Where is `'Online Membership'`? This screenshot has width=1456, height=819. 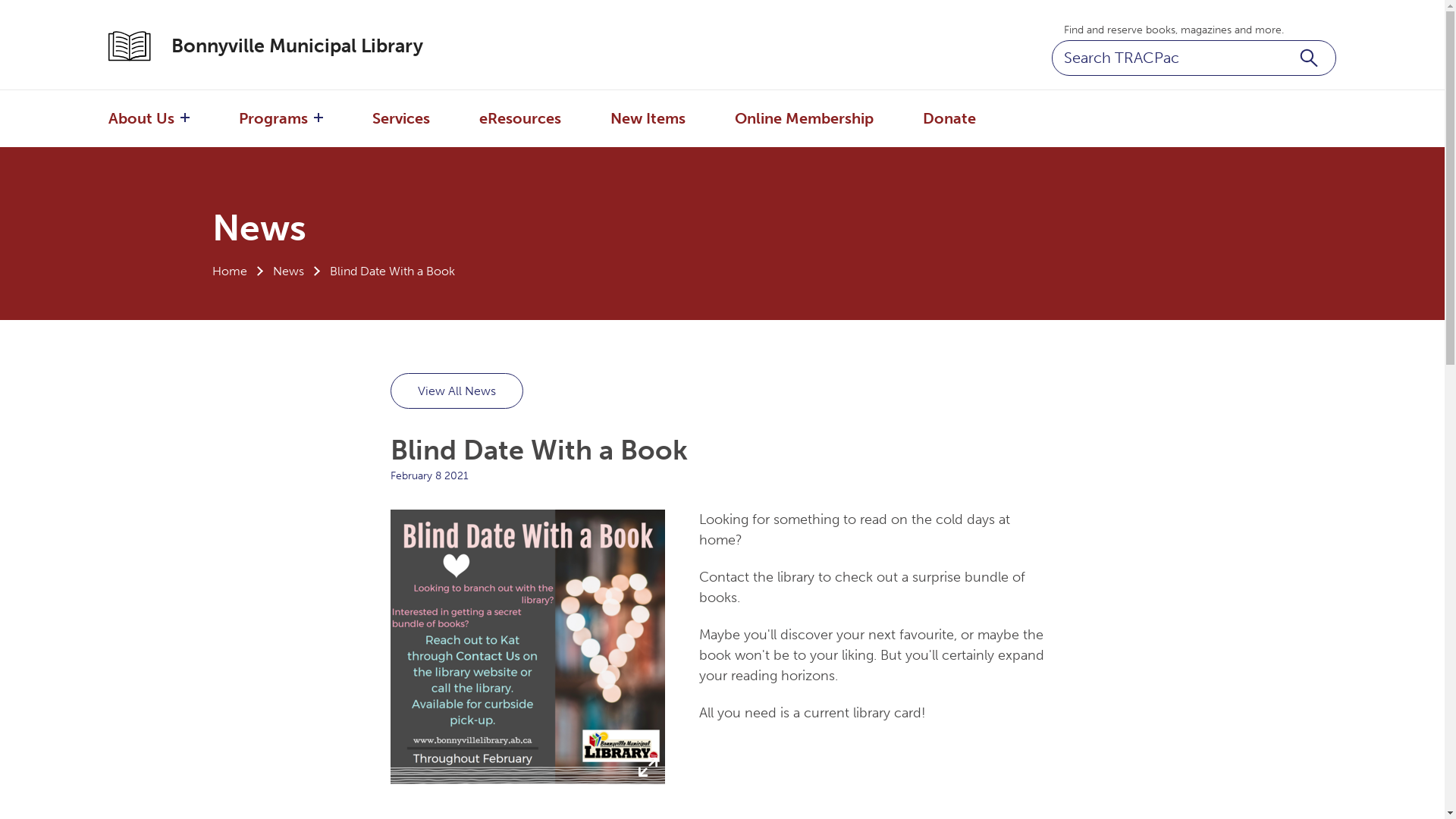
'Online Membership' is located at coordinates (803, 117).